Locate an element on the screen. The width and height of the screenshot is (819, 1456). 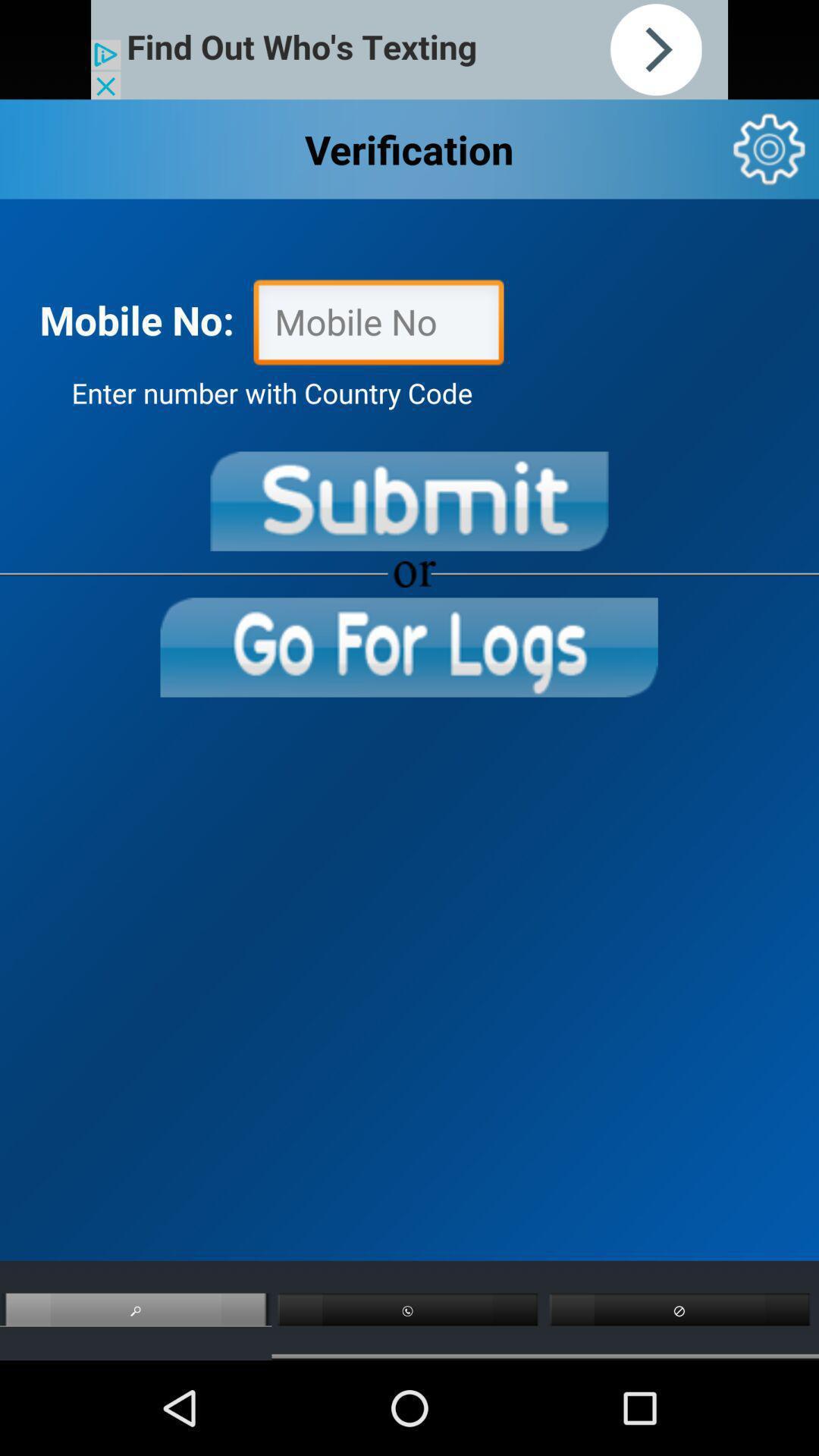
settings is located at coordinates (769, 149).